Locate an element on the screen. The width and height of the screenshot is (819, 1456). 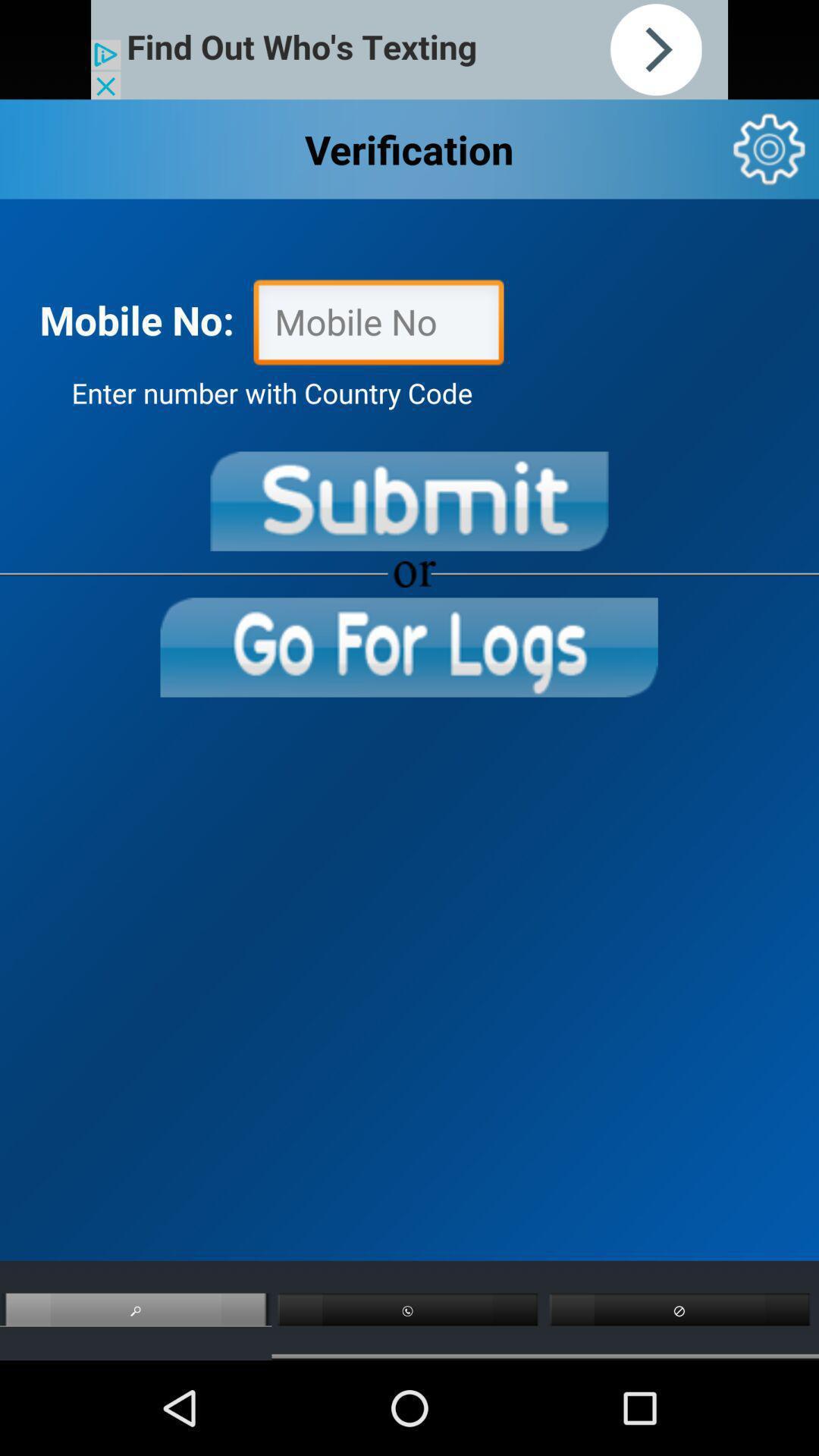
settings is located at coordinates (769, 149).